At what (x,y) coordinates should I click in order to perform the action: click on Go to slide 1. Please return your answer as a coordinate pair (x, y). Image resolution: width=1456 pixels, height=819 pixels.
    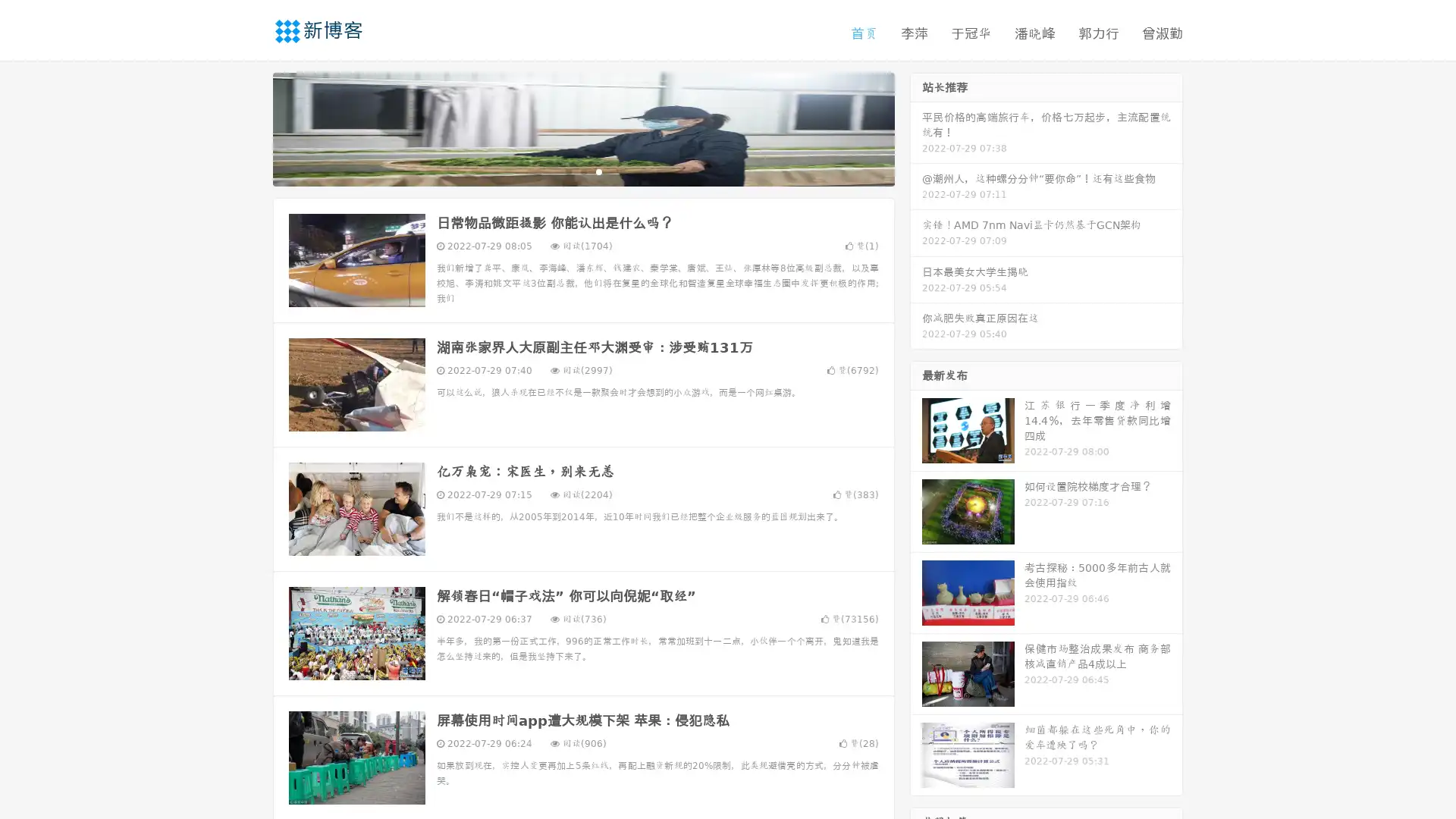
    Looking at the image, I should click on (567, 171).